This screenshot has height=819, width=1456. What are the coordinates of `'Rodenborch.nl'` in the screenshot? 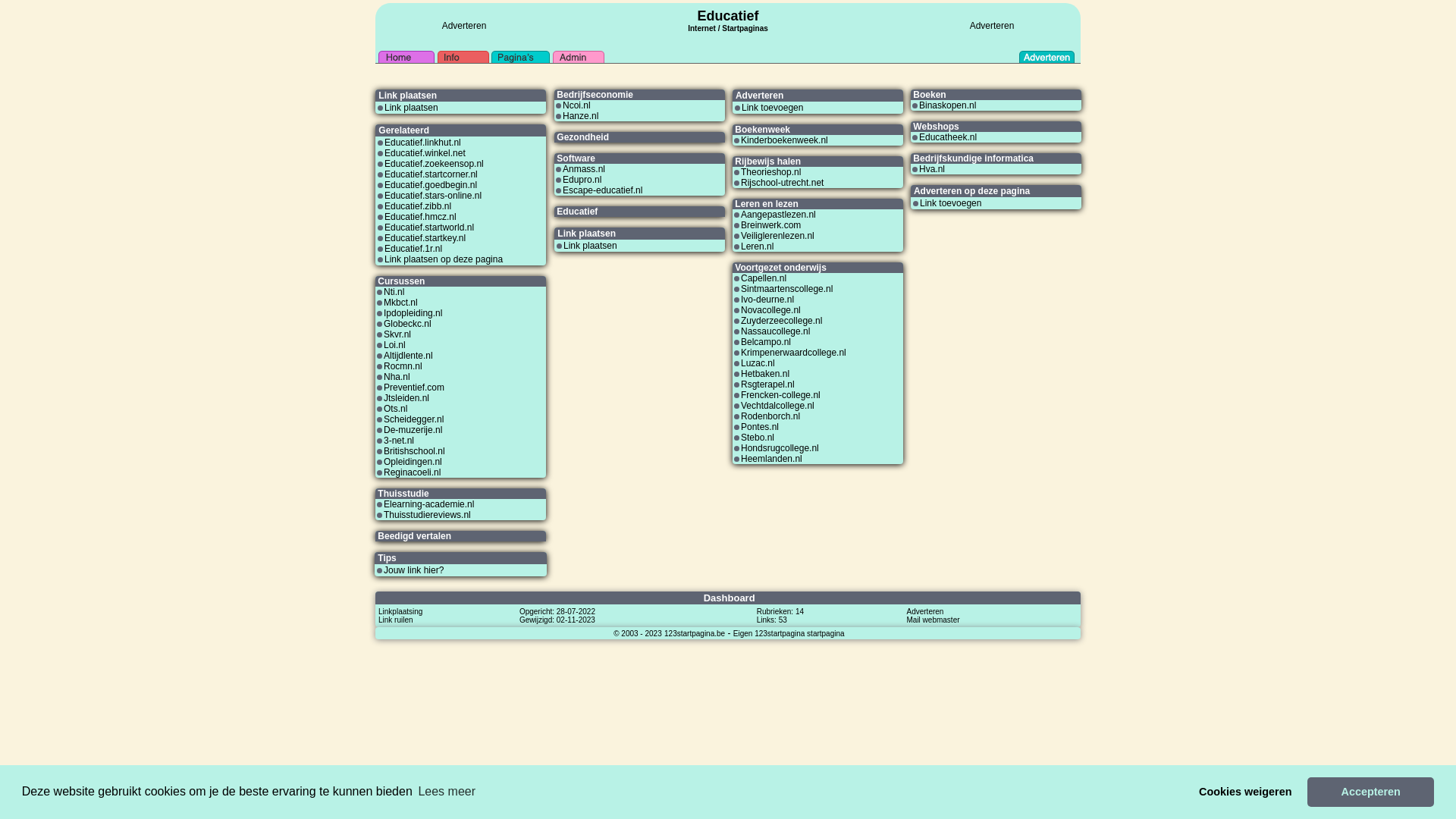 It's located at (770, 416).